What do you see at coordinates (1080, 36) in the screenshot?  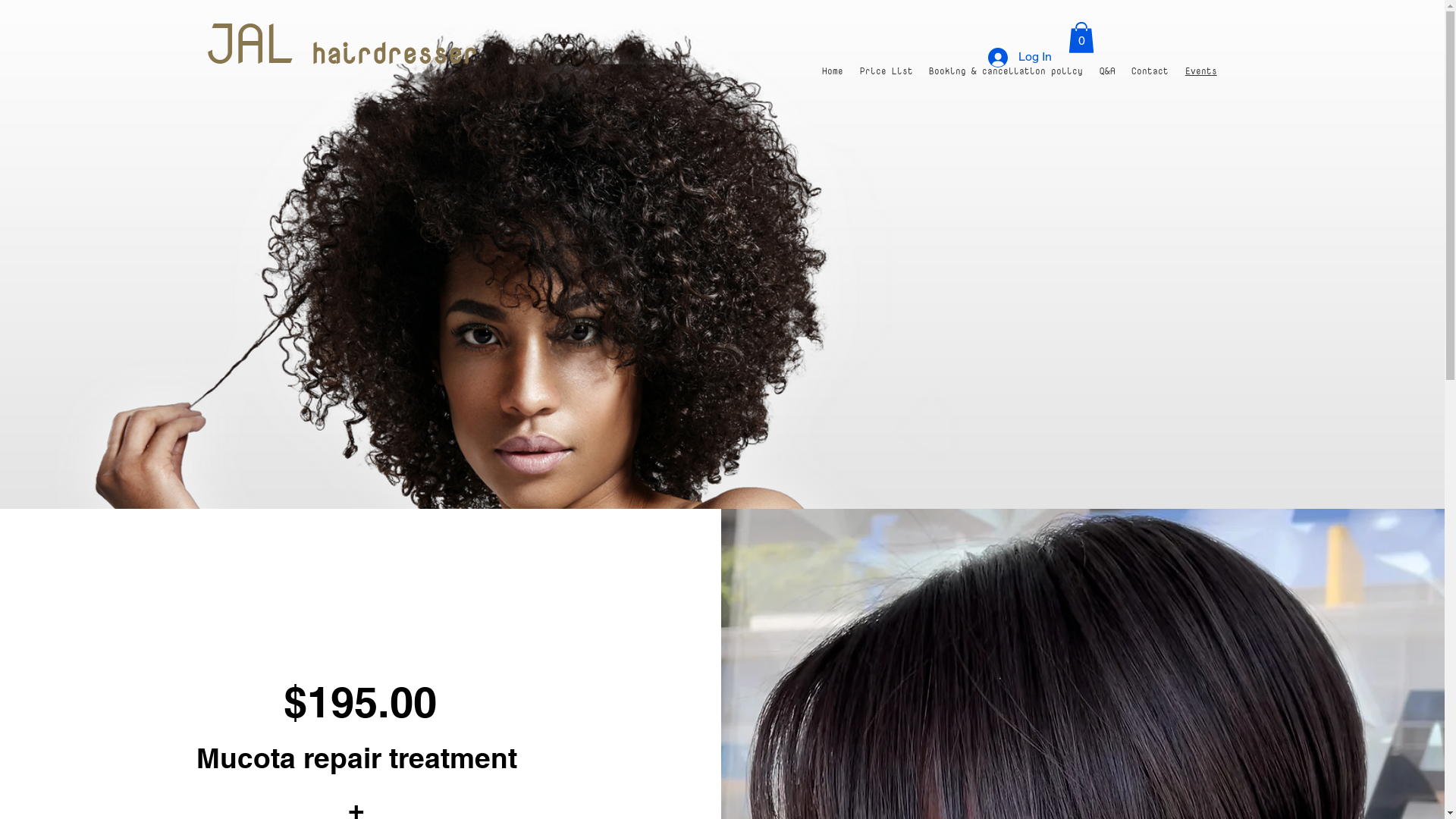 I see `'0'` at bounding box center [1080, 36].